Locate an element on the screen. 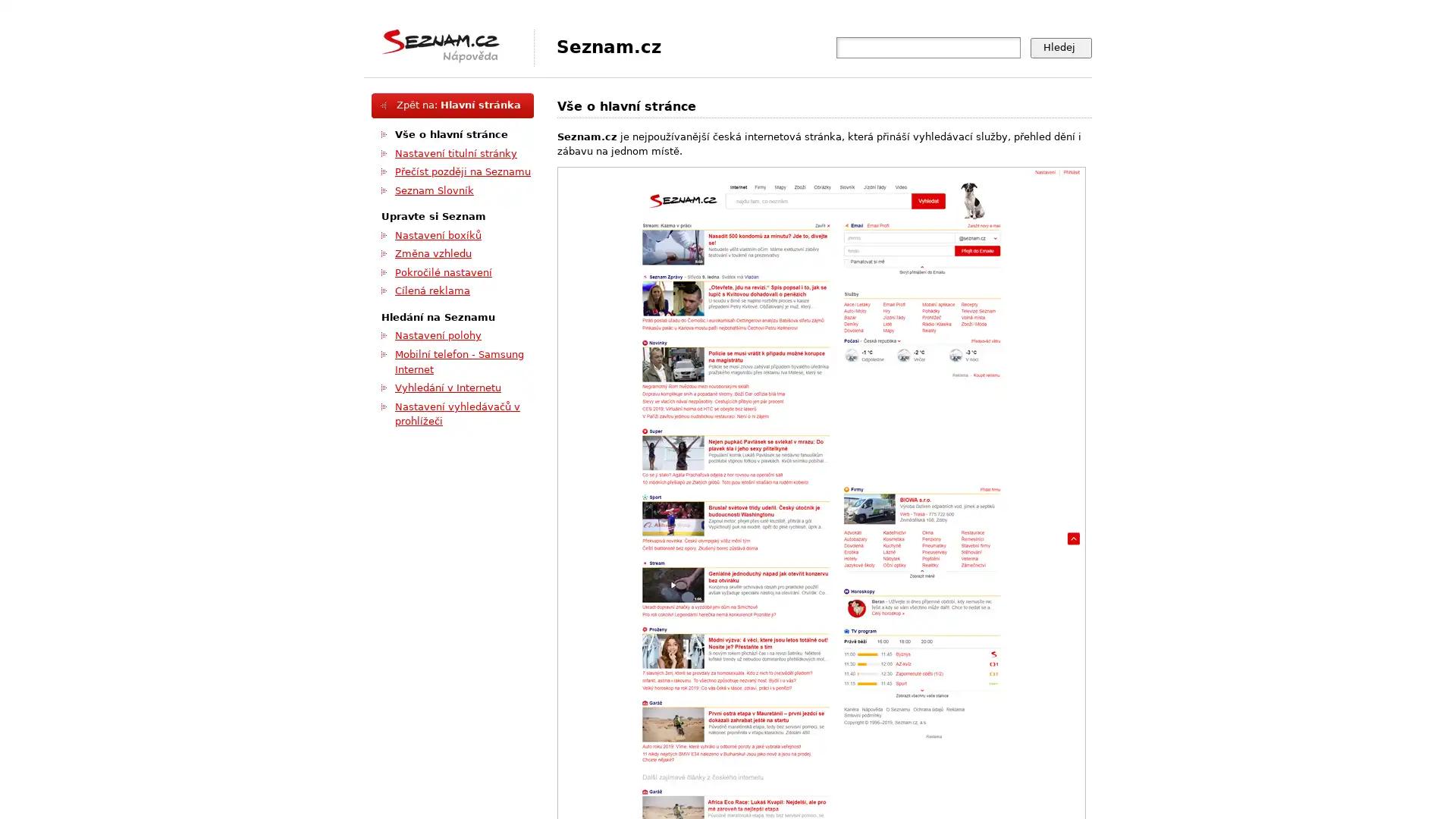  Hledej is located at coordinates (1060, 46).